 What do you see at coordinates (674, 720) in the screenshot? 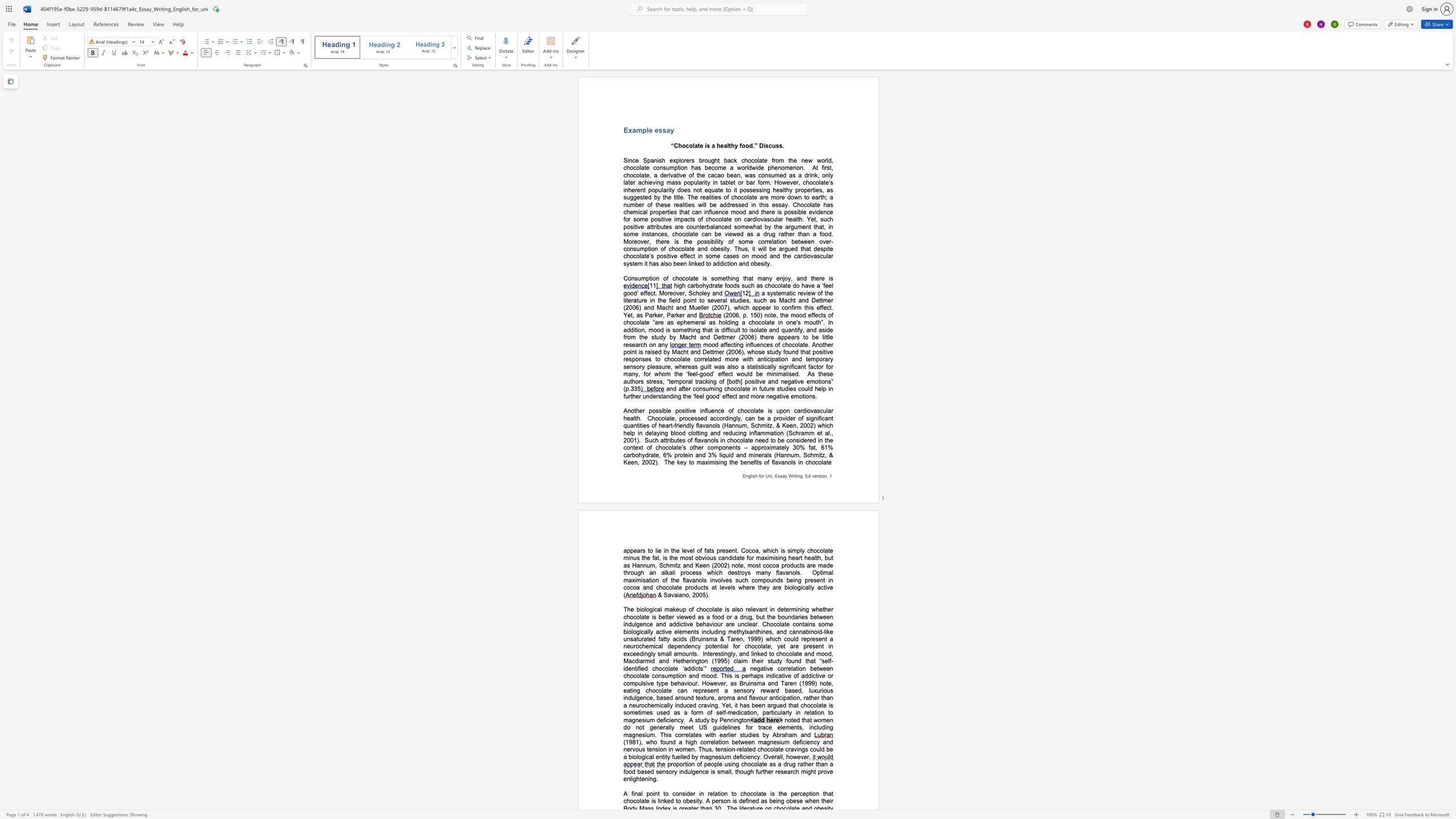
I see `the subset text "ncy" within the text "is sometimes used as a form of self-medication, particularly in relation to magnesium deficiency"` at bounding box center [674, 720].